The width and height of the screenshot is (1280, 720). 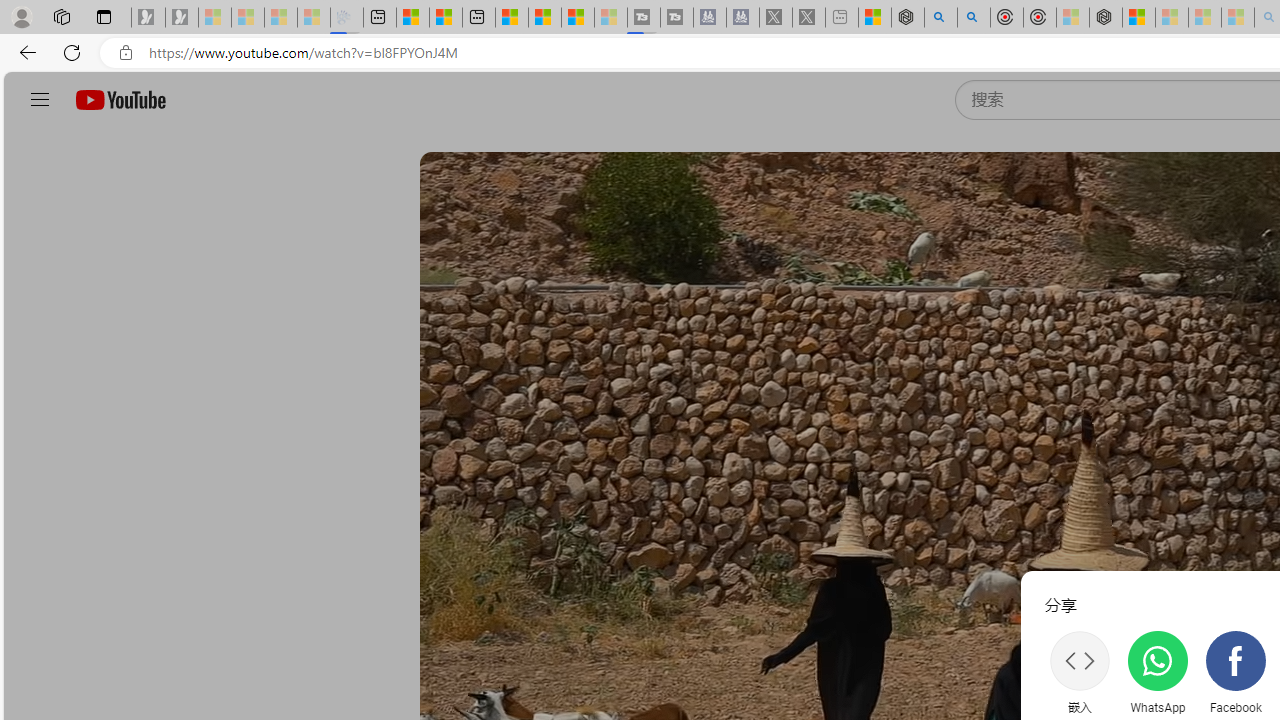 What do you see at coordinates (182, 17) in the screenshot?
I see `'Newsletter Sign Up - Sleeping'` at bounding box center [182, 17].